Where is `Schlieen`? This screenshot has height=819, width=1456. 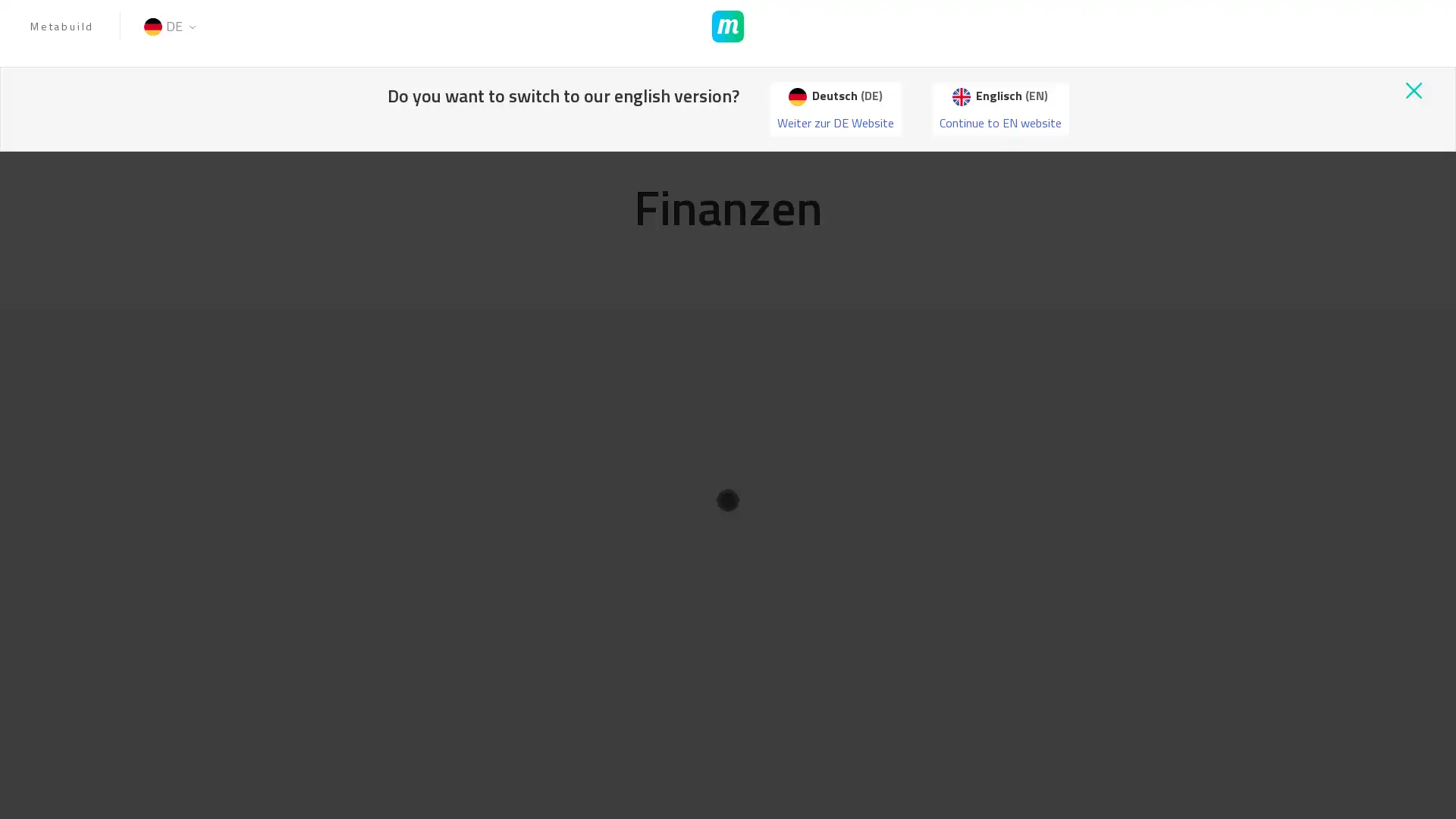 Schlieen is located at coordinates (994, 85).